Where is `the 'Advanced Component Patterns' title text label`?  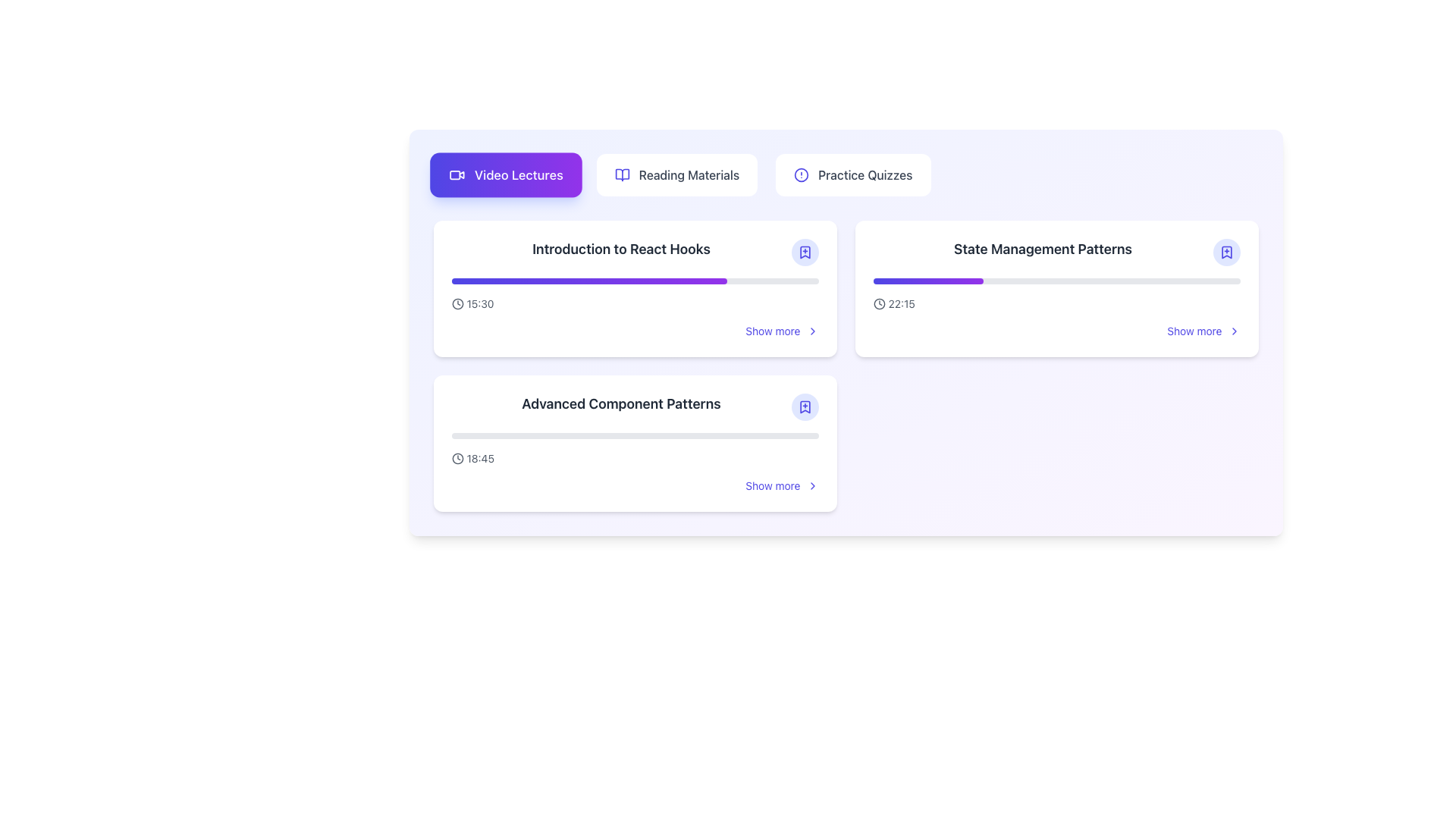 the 'Advanced Component Patterns' title text label is located at coordinates (635, 406).